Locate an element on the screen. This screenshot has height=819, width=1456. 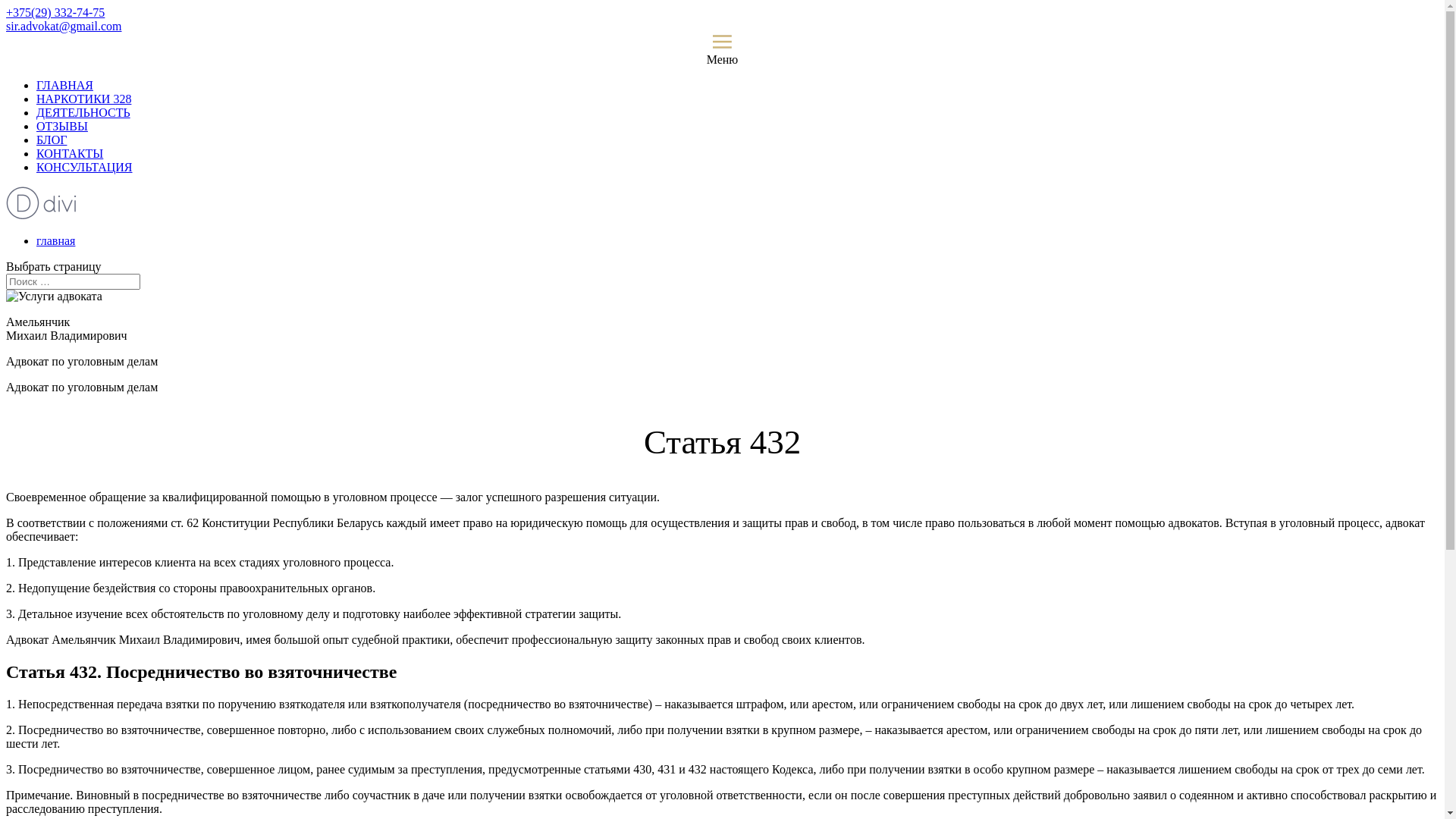
'+375(29) 332-74-75' is located at coordinates (55, 12).